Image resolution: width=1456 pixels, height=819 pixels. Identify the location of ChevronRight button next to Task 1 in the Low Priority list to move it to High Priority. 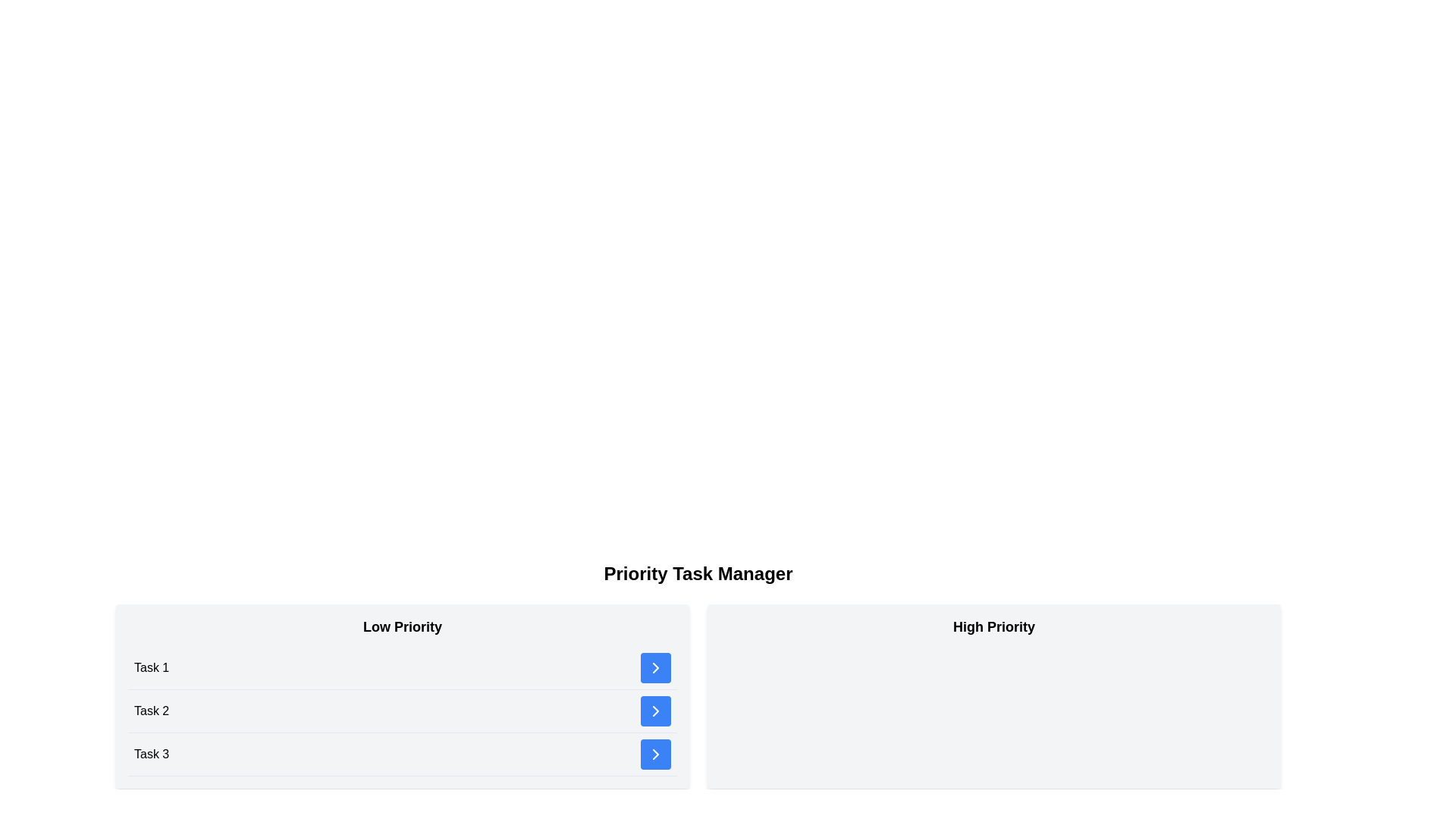
(655, 667).